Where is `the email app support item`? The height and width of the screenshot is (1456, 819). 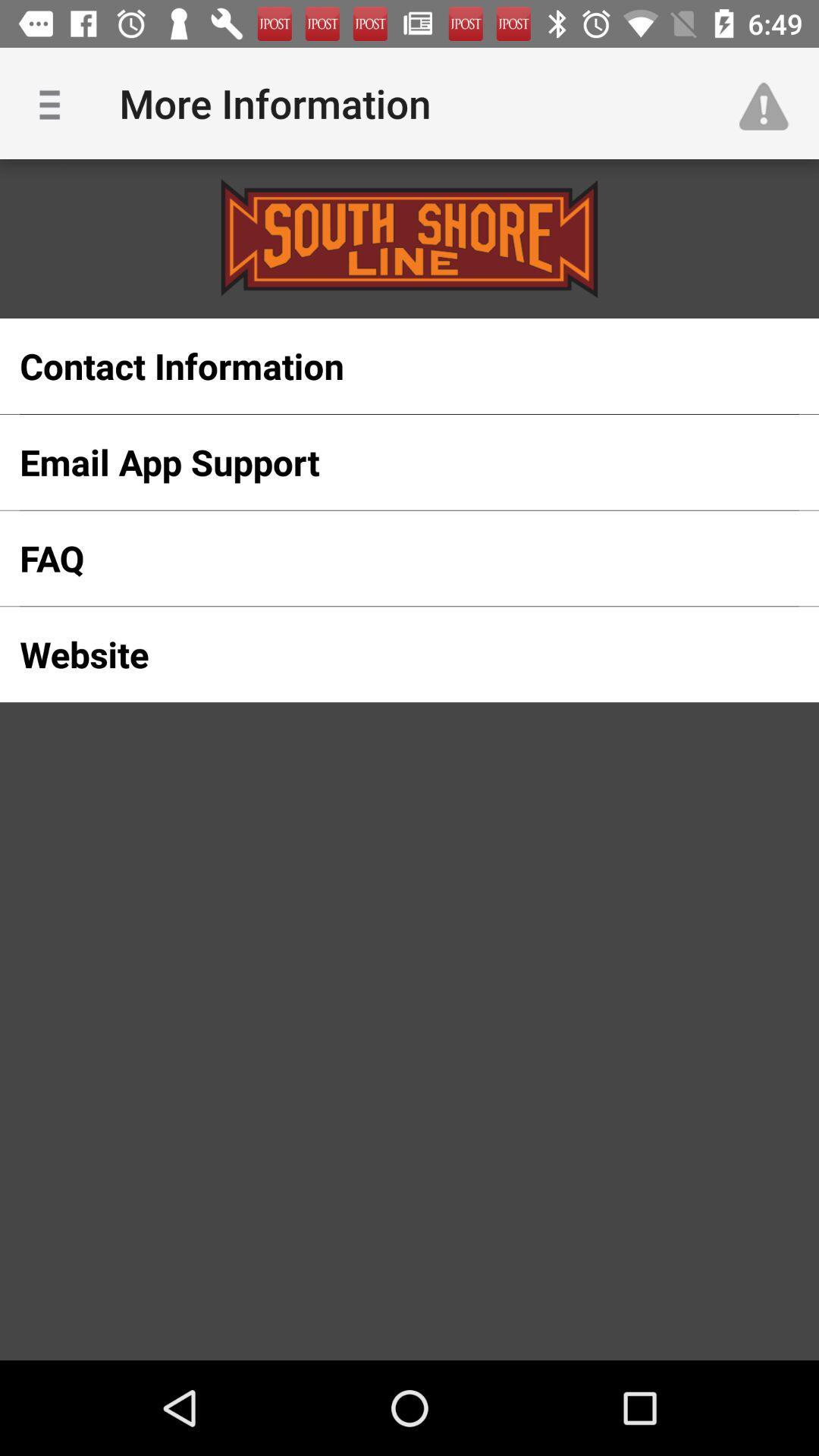 the email app support item is located at coordinates (384, 461).